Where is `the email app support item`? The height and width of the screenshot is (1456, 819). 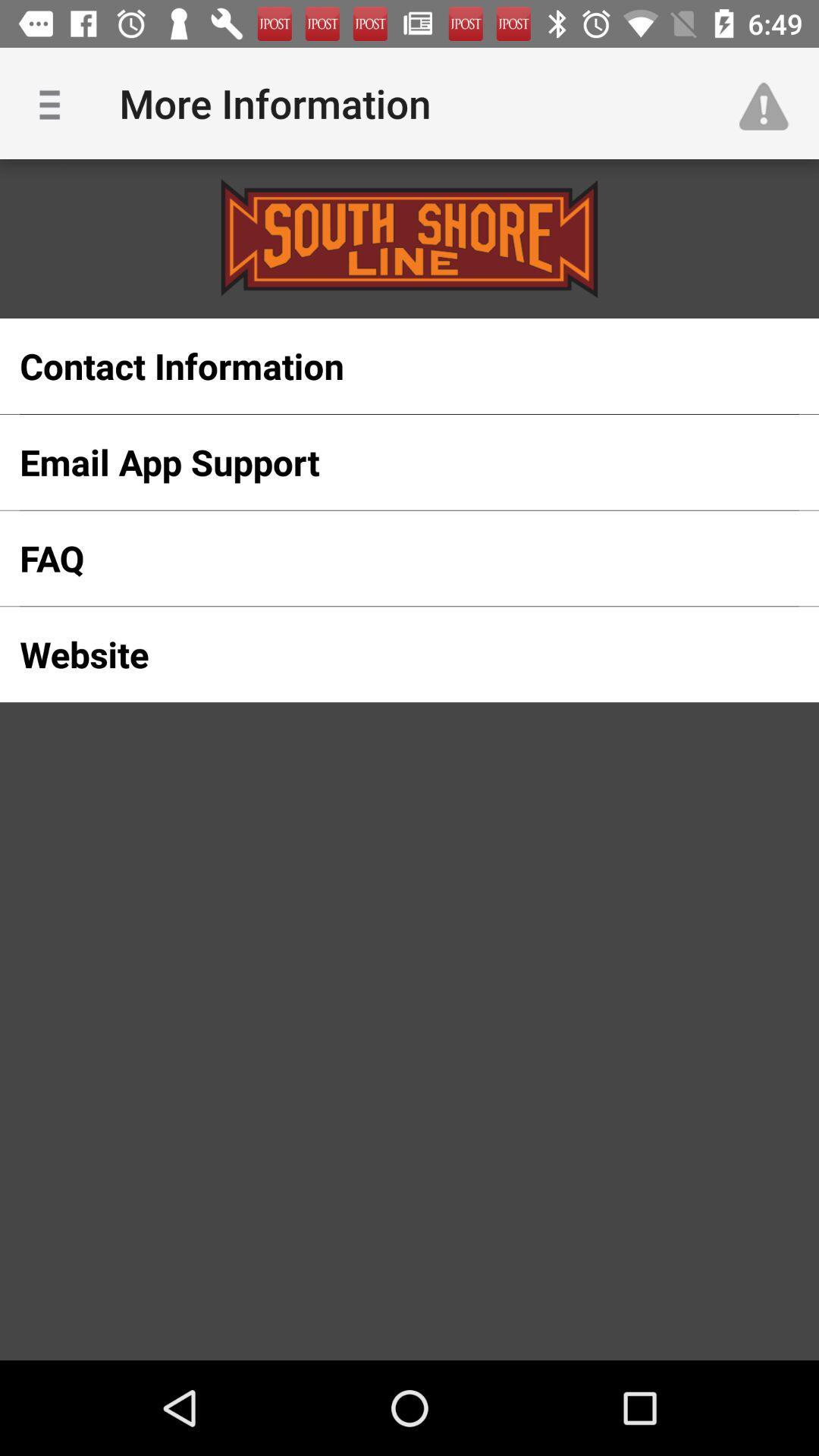 the email app support item is located at coordinates (384, 461).